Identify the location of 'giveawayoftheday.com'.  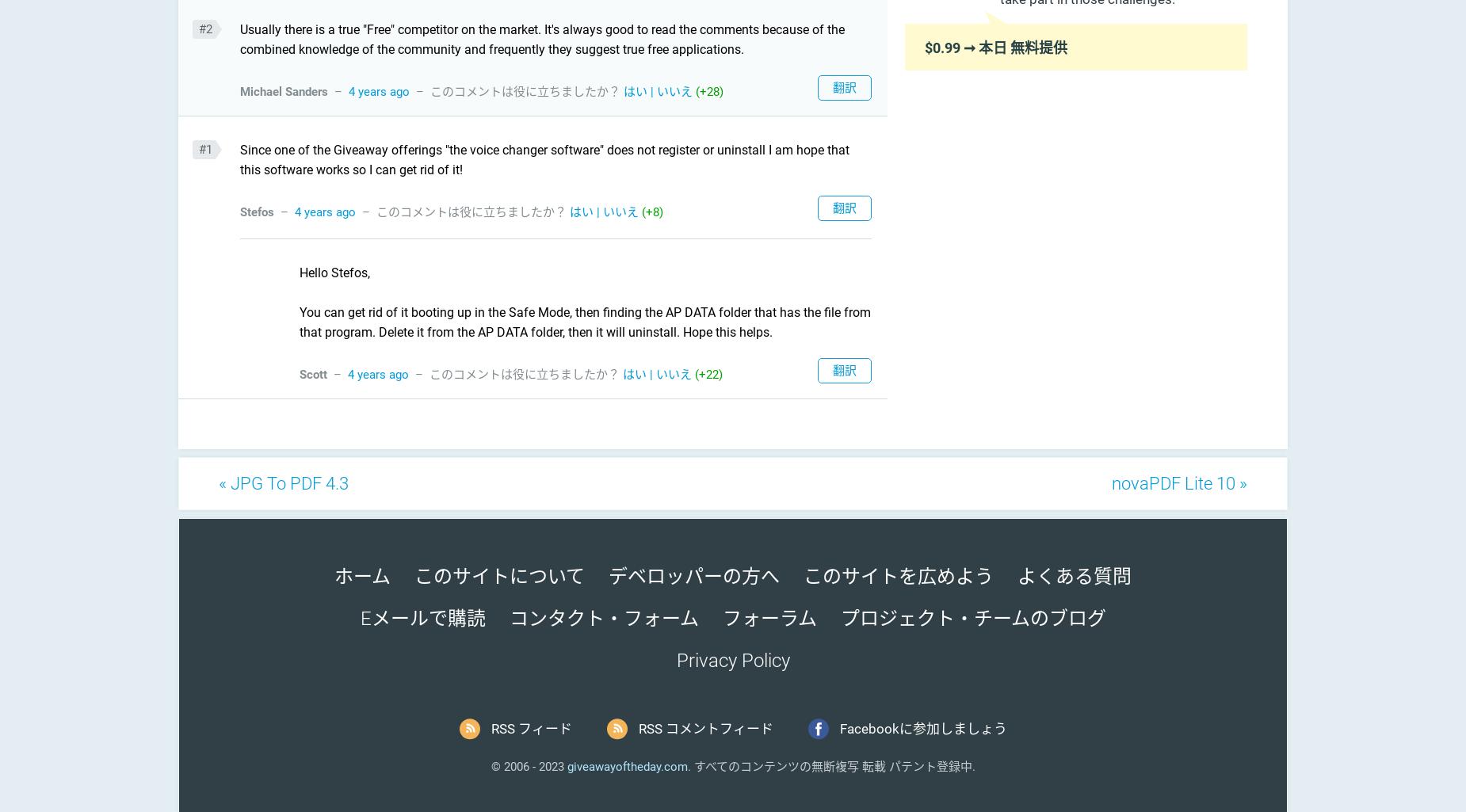
(627, 765).